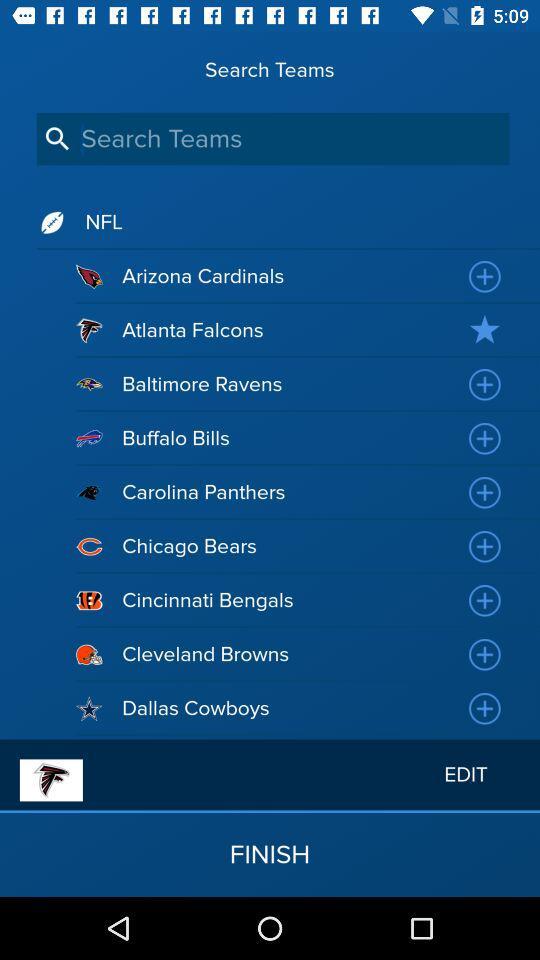  What do you see at coordinates (272, 138) in the screenshot?
I see `search bar` at bounding box center [272, 138].